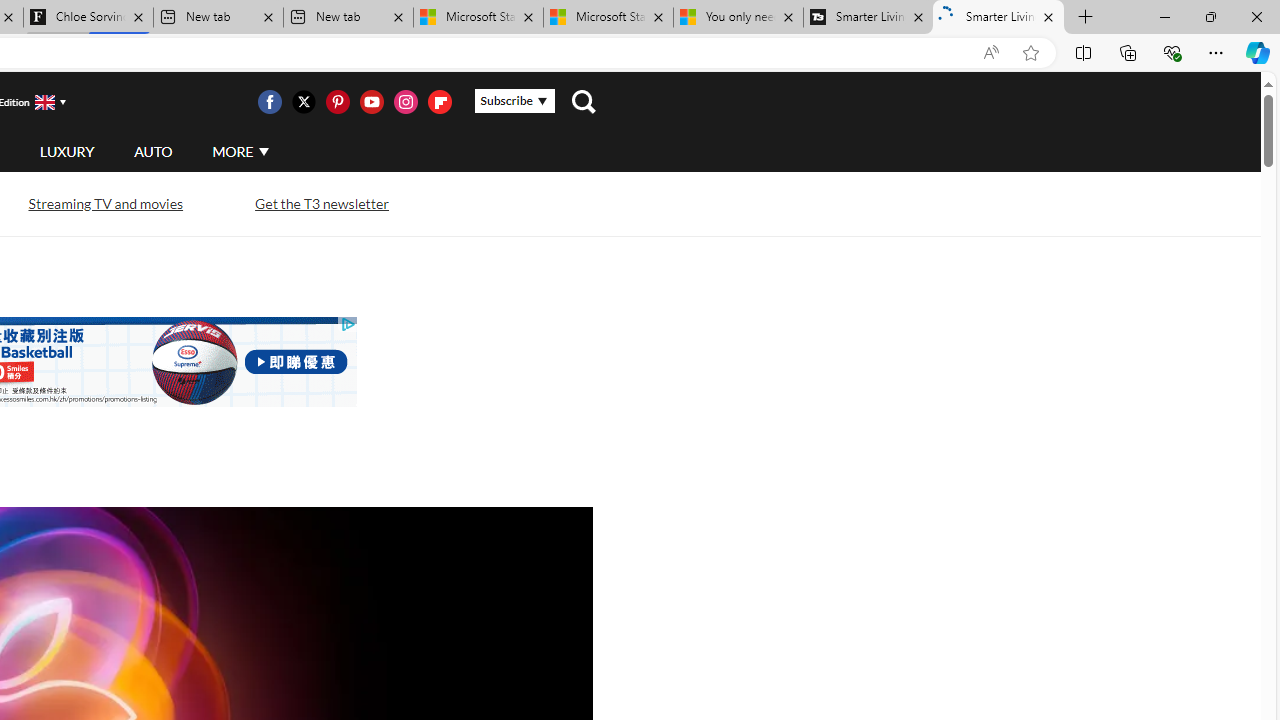 This screenshot has height=720, width=1280. I want to click on 'Visit us on Flipboard', so click(438, 101).